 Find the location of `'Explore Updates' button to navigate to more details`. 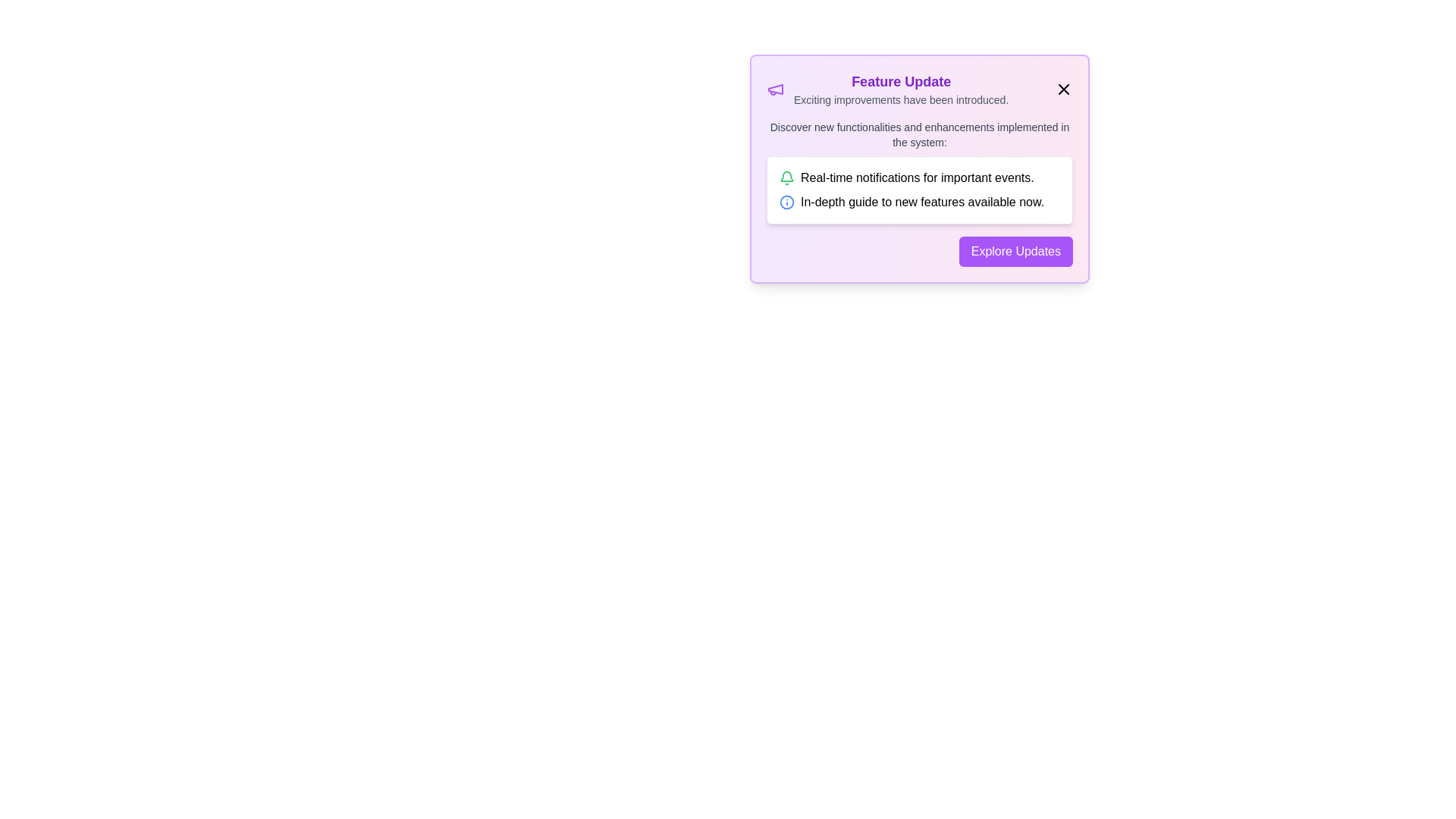

'Explore Updates' button to navigate to more details is located at coordinates (1015, 250).